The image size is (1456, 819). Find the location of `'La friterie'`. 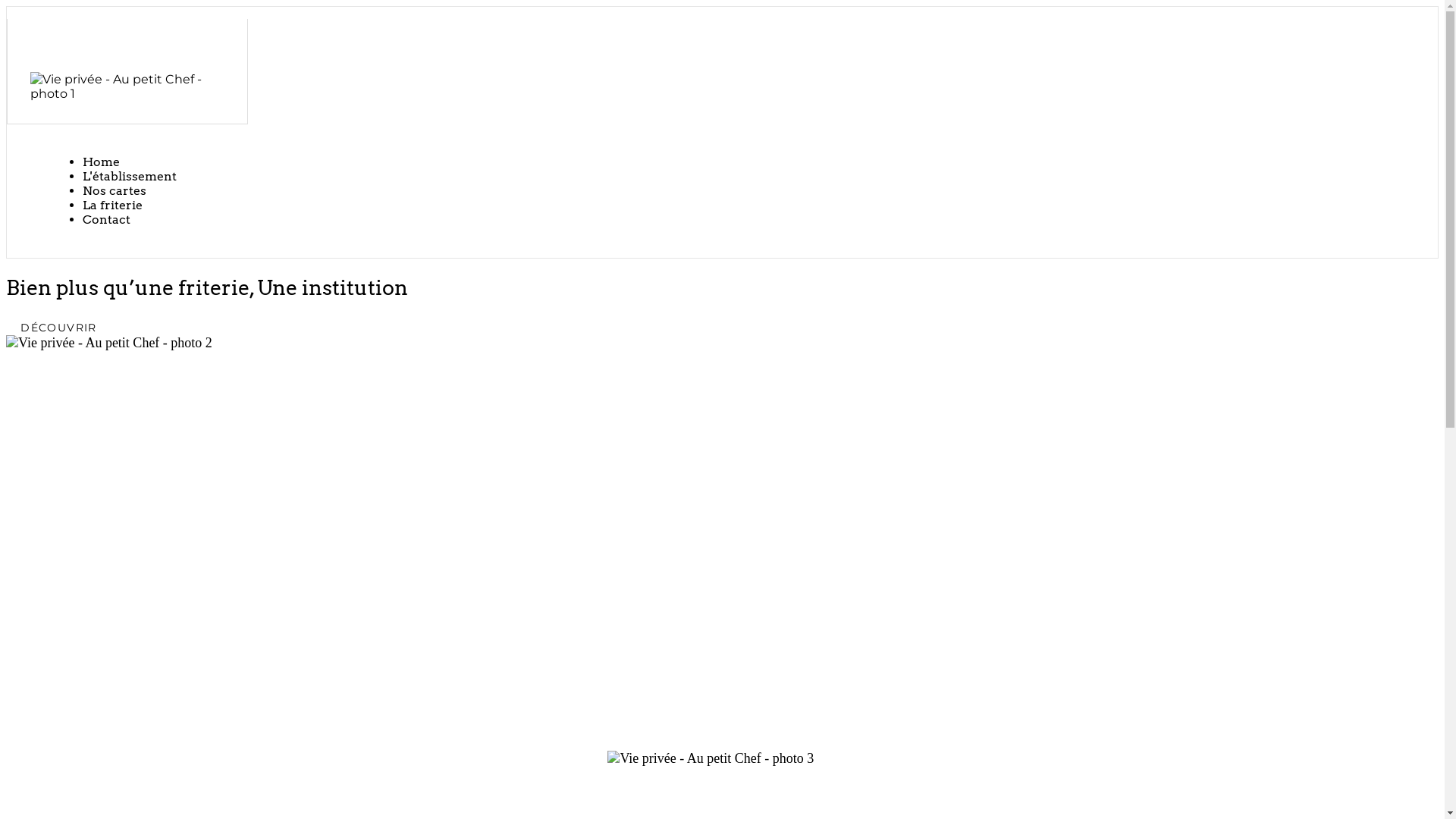

'La friterie' is located at coordinates (111, 205).